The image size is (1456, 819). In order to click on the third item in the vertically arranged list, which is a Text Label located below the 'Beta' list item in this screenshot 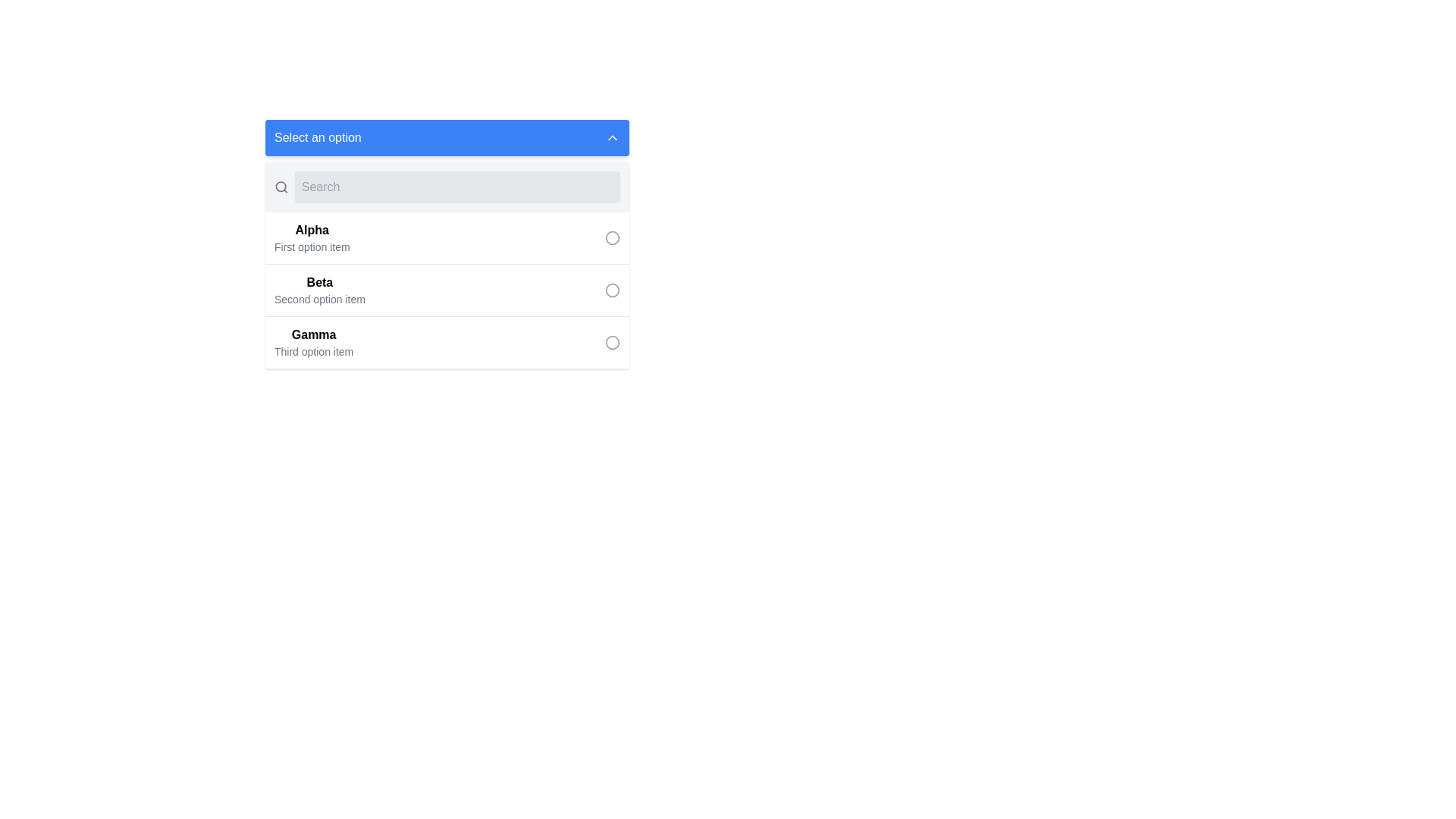, I will do `click(313, 342)`.